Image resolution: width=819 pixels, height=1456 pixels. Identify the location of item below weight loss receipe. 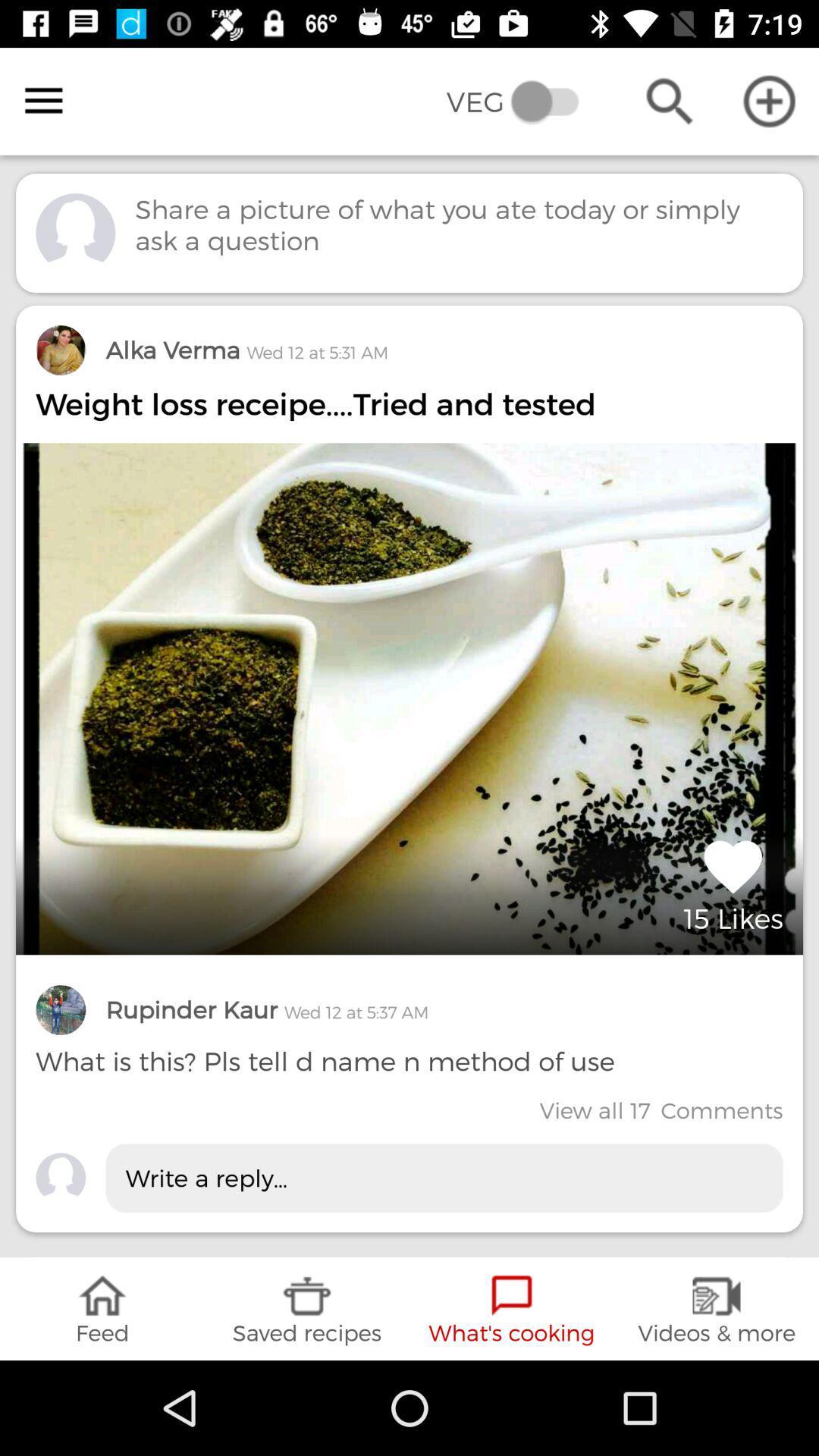
(733, 883).